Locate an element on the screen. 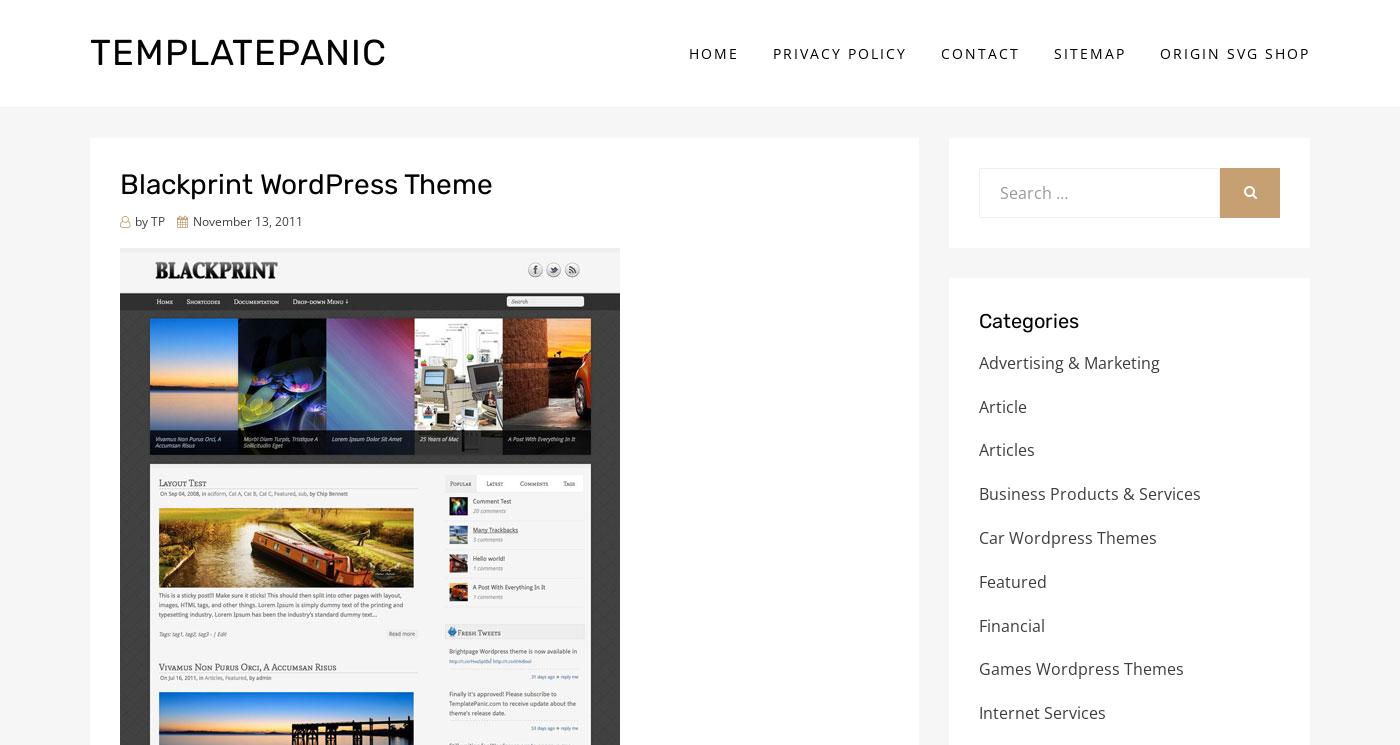  'Home' is located at coordinates (688, 51).